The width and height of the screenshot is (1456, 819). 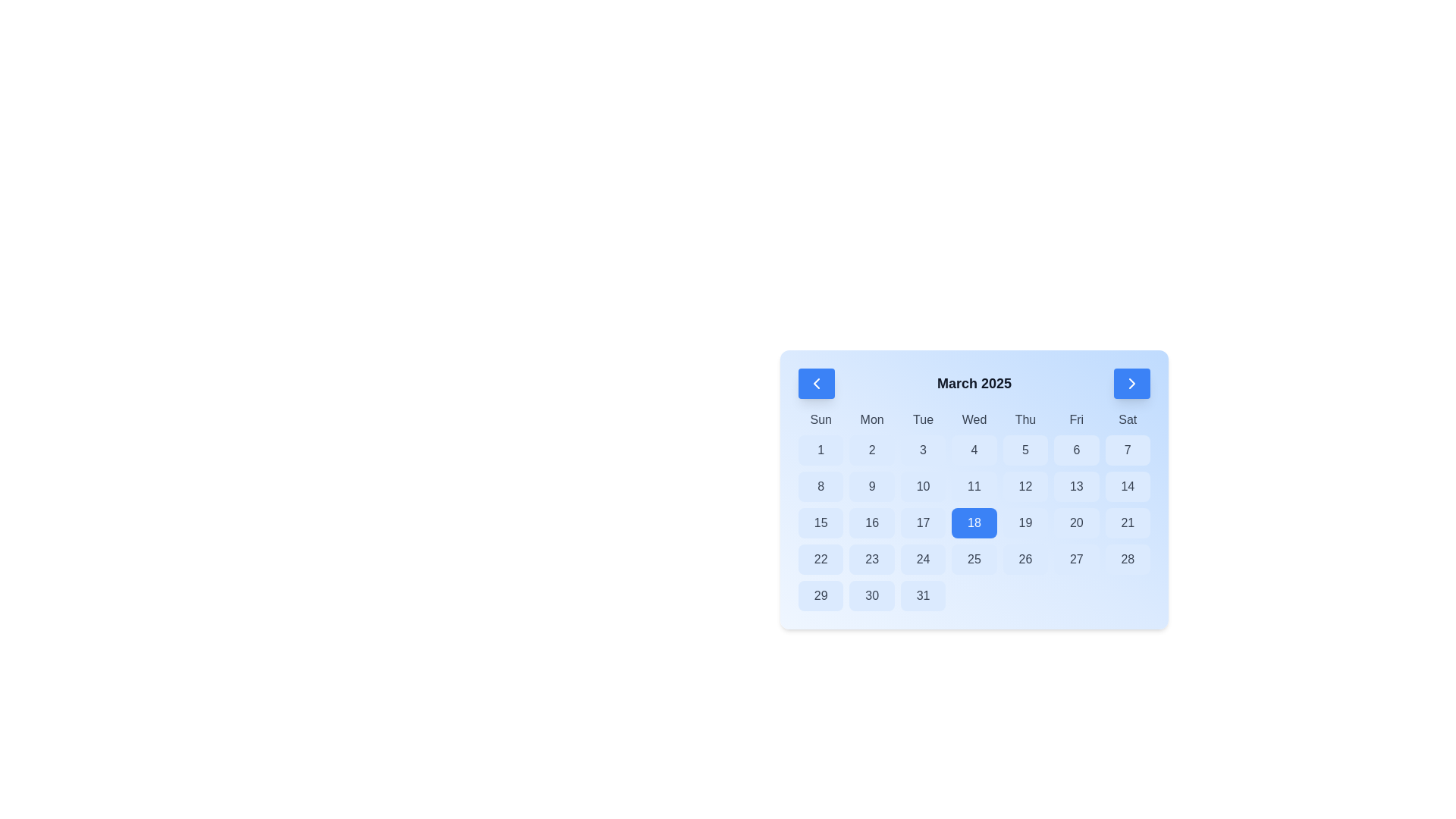 I want to click on the date button representing the 29th day of the month in the calendar grid, so click(x=819, y=595).